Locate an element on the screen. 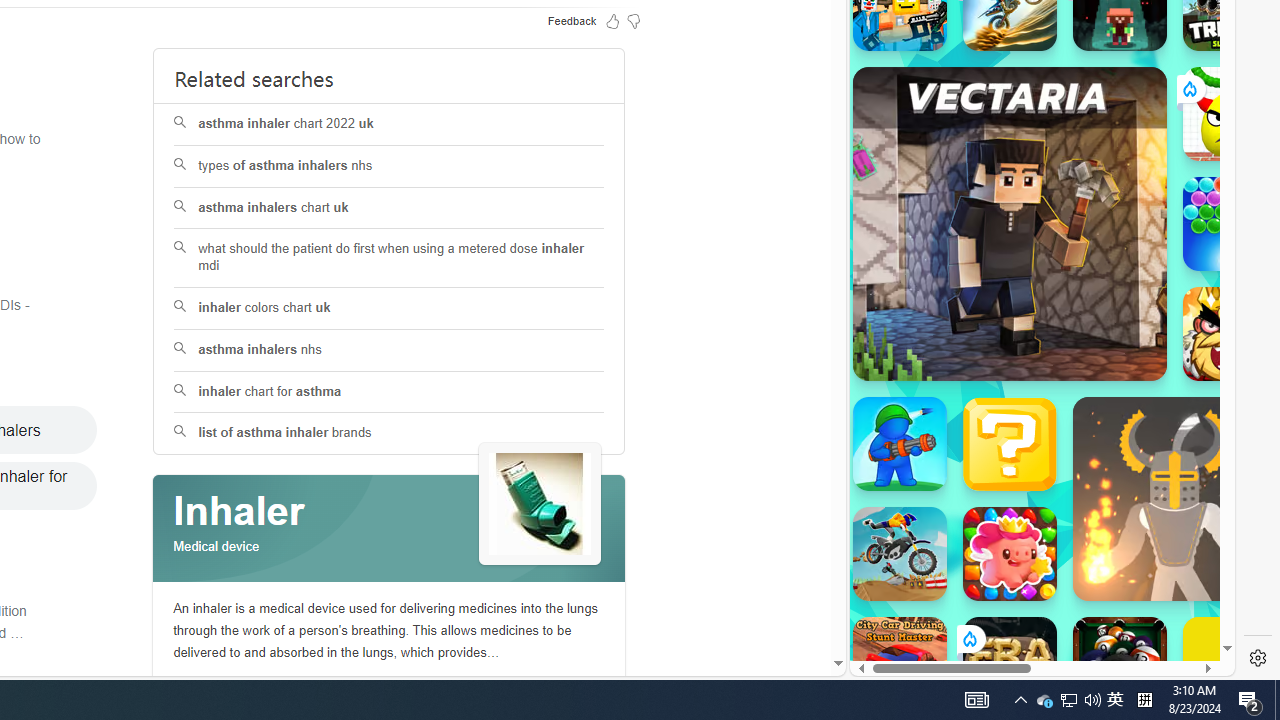 This screenshot has height=720, width=1280. '8 Ball Pool With Buddies' is located at coordinates (1120, 664).